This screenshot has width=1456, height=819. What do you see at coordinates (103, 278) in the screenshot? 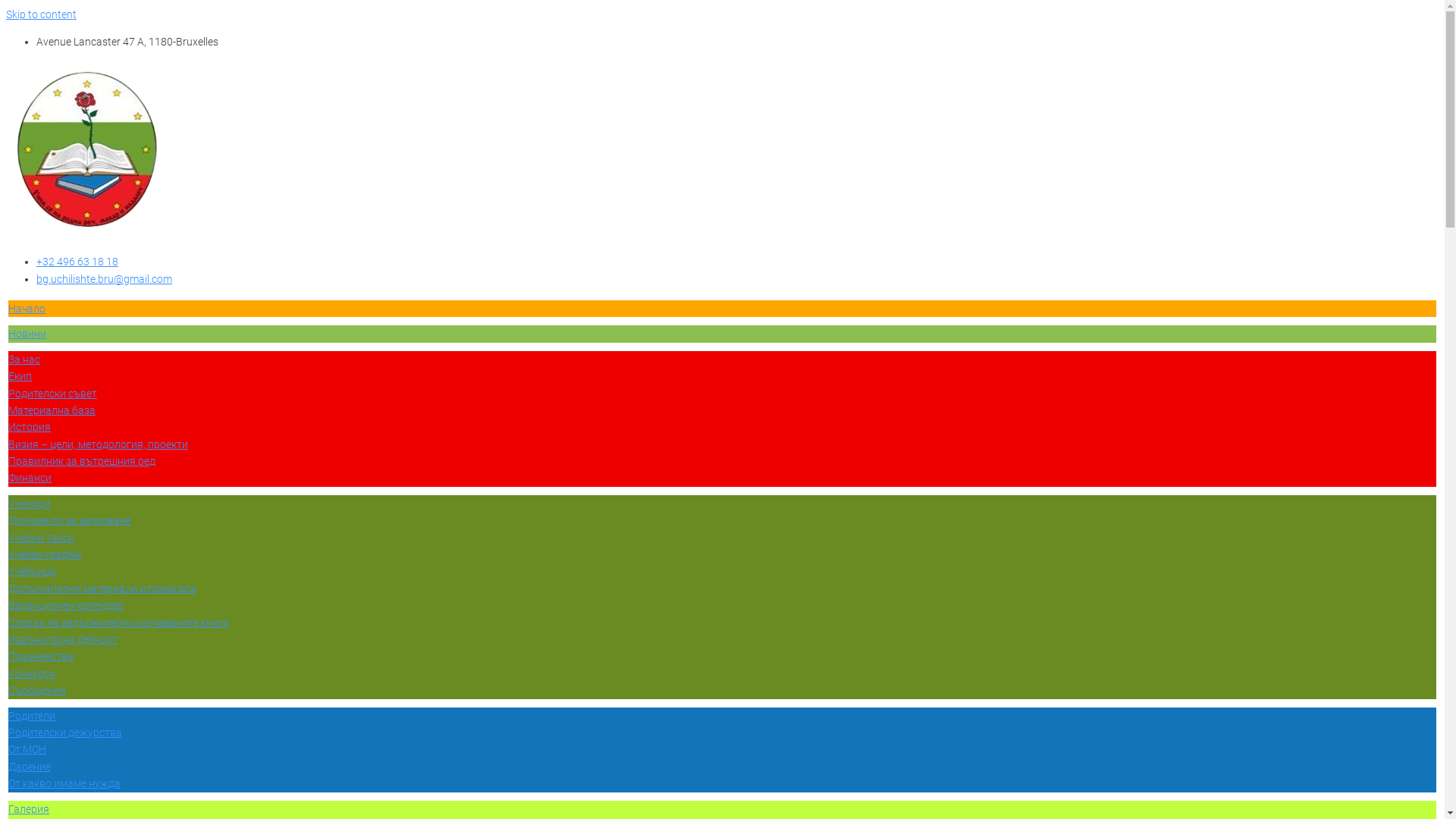
I see `'bg.uchilishte.bru@gmail.com'` at bounding box center [103, 278].